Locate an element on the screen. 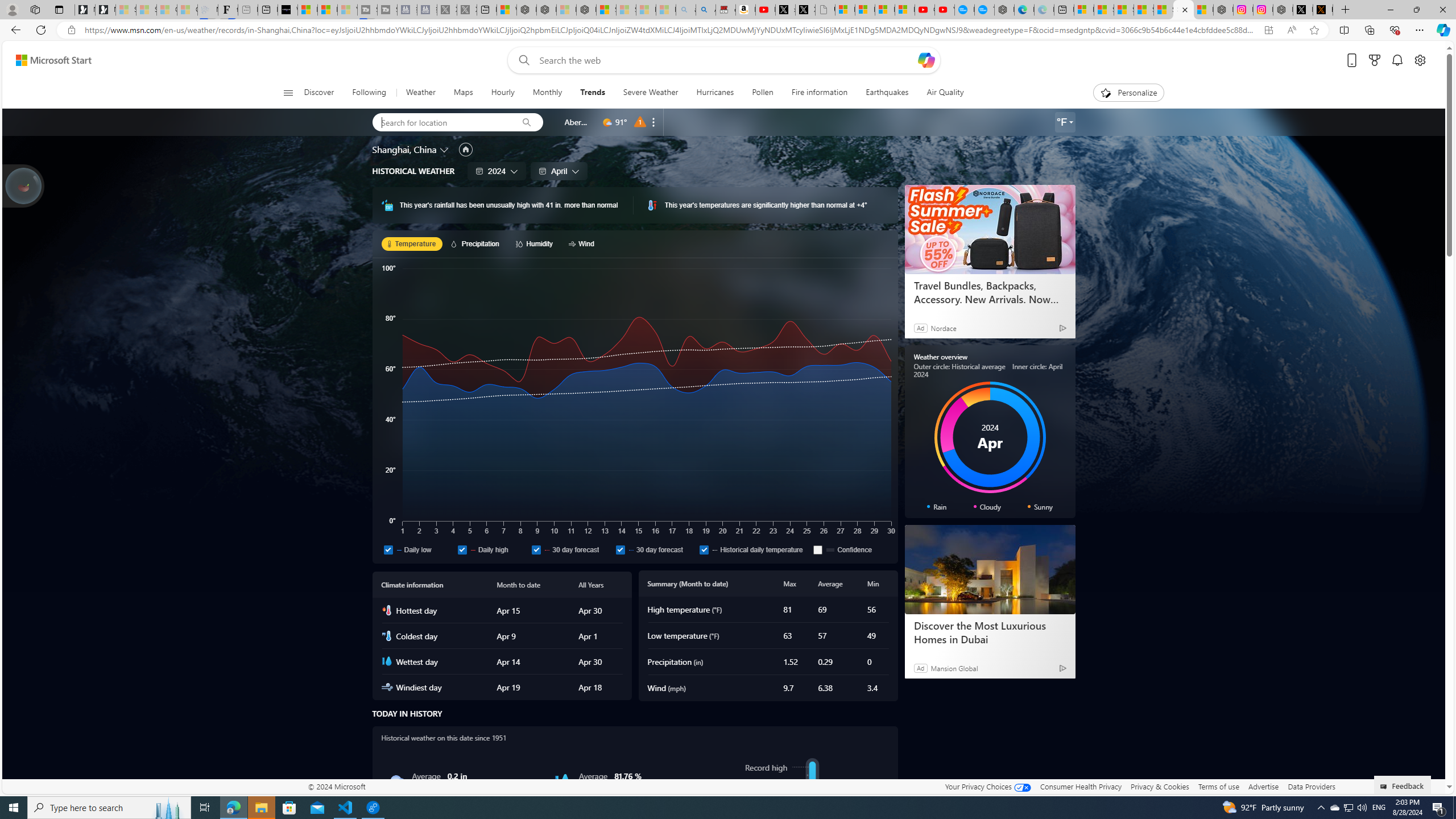  'YouTube Kids - An App Created for Kids to Explore Content' is located at coordinates (944, 9).